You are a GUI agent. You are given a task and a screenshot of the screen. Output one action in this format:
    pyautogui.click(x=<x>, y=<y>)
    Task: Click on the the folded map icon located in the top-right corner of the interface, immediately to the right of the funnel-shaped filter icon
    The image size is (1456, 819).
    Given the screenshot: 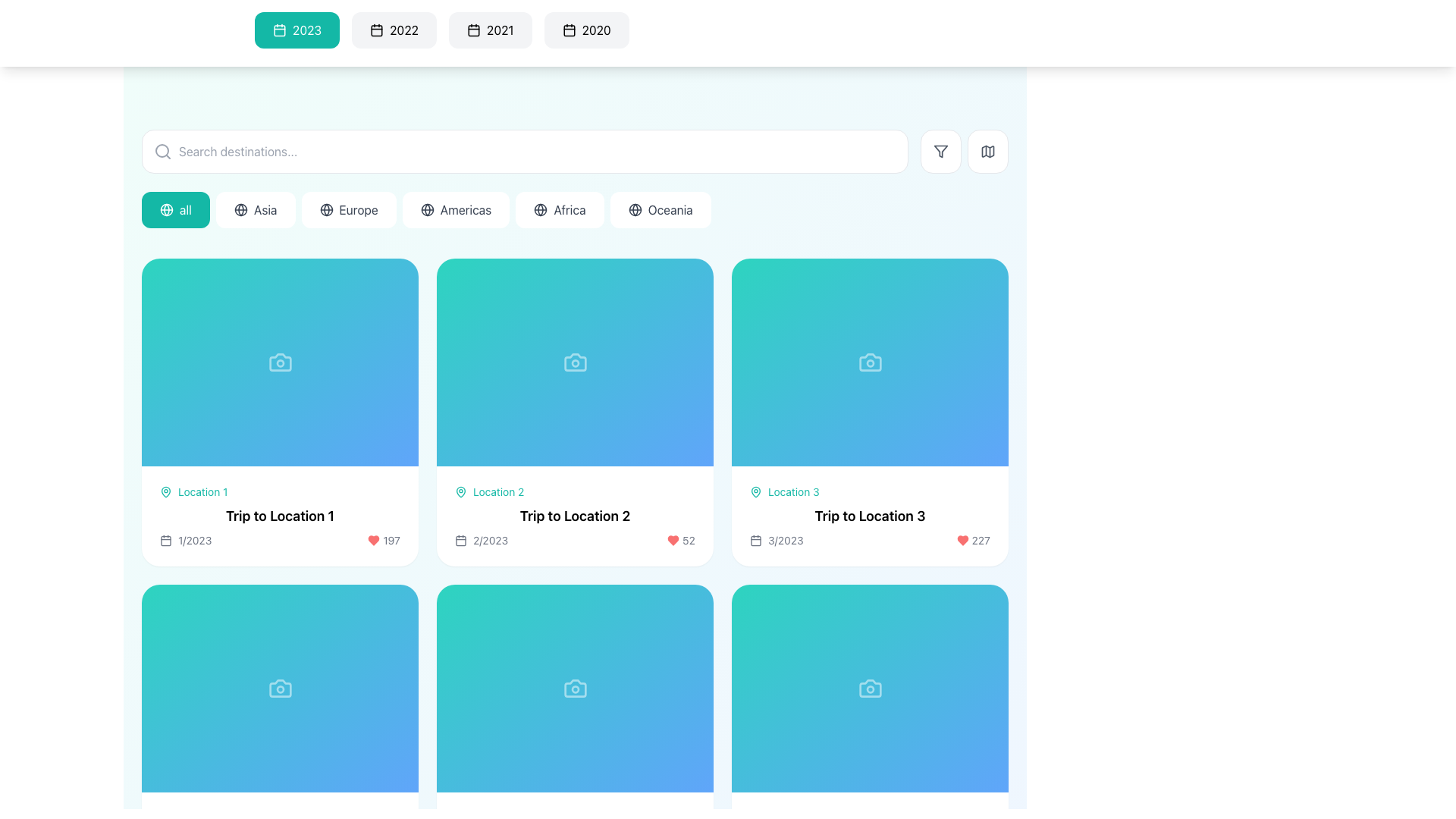 What is the action you would take?
    pyautogui.click(x=987, y=152)
    